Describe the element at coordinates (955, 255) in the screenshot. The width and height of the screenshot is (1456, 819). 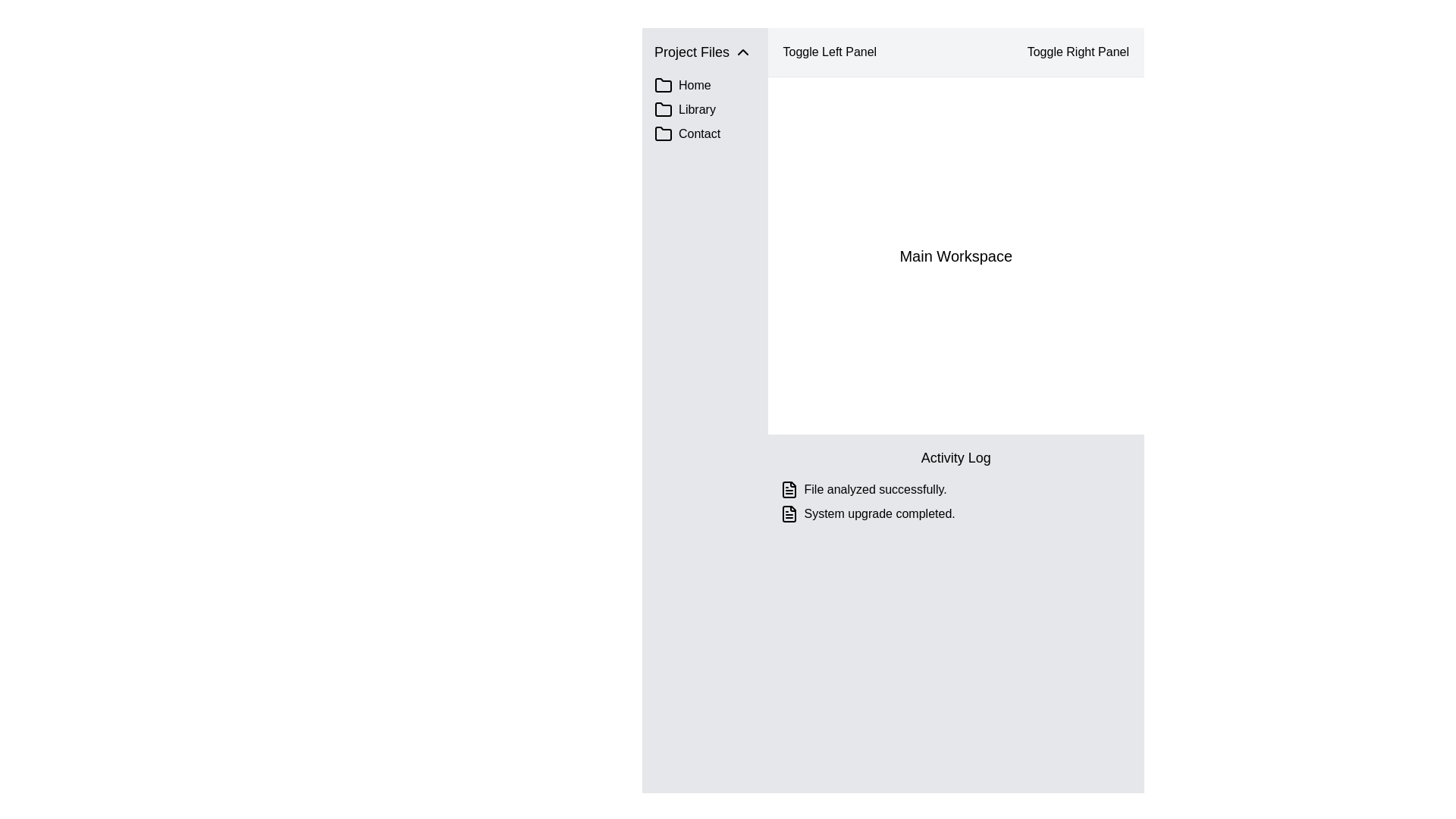
I see `on the 'Main Workspace' section, which is centered in the user interface and features prominently displayed text in a large and bold font` at that location.